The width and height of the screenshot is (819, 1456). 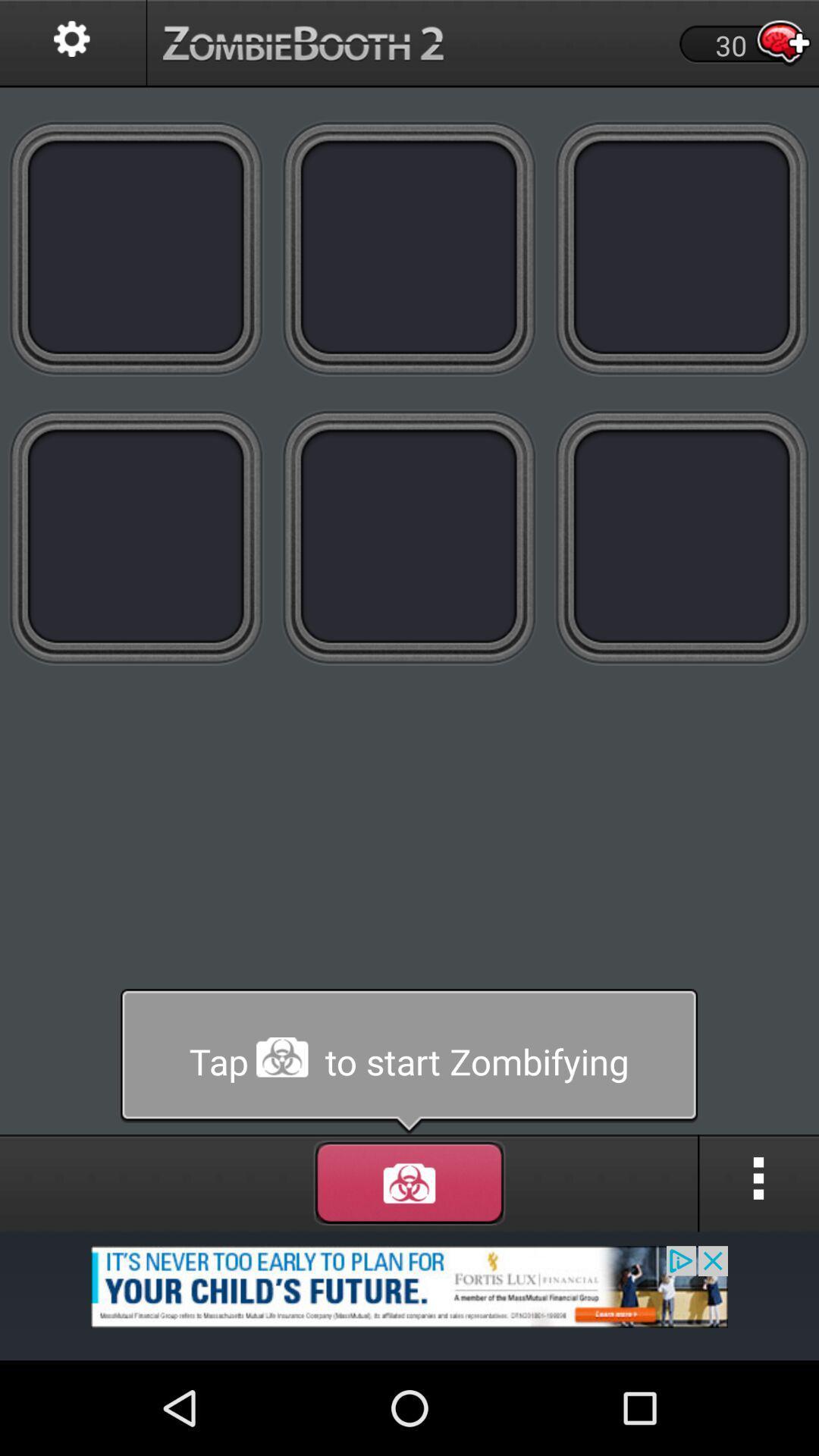 I want to click on change settings, so click(x=73, y=43).